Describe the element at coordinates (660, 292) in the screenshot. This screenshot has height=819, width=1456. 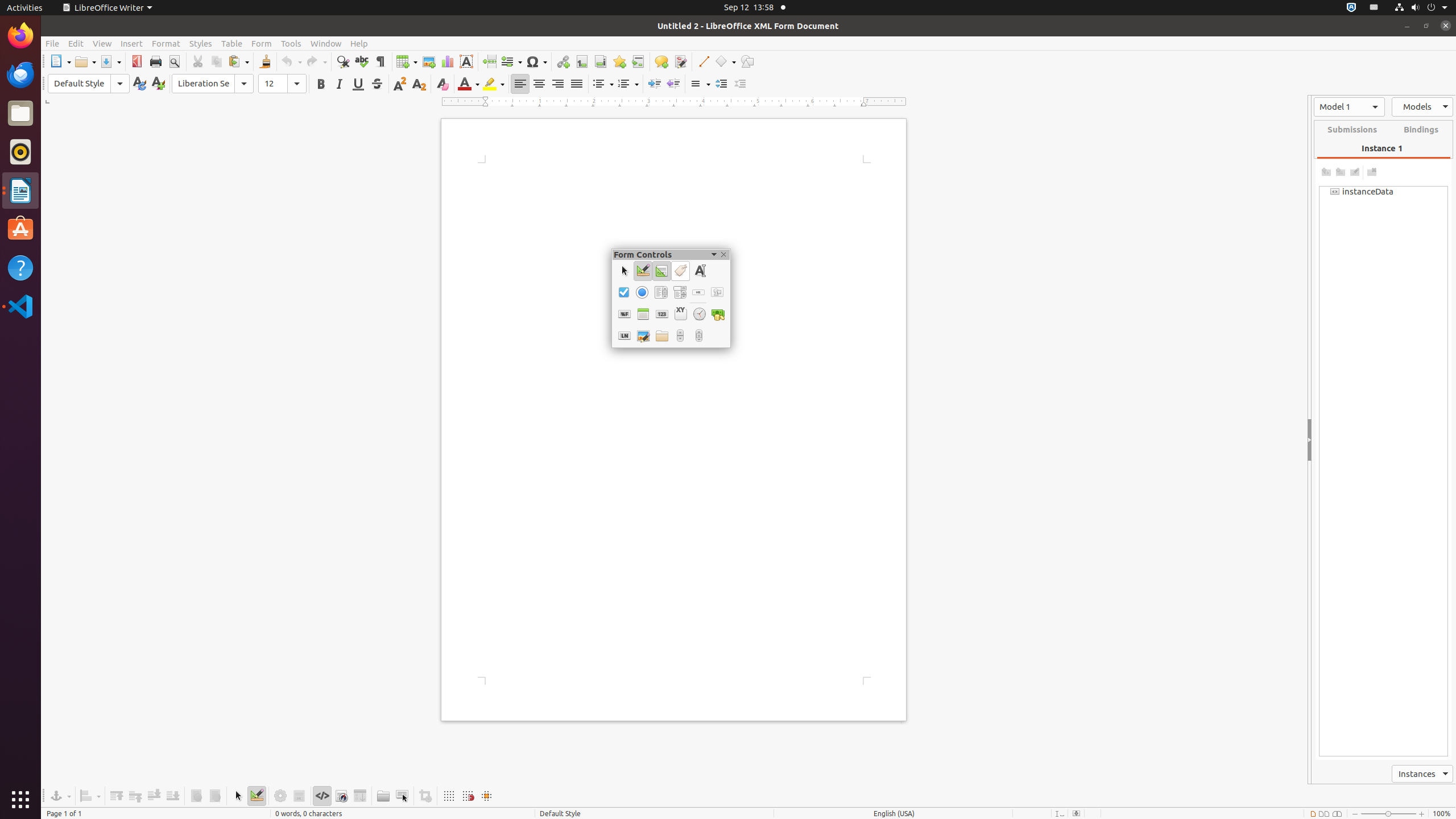
I see `'List Box'` at that location.